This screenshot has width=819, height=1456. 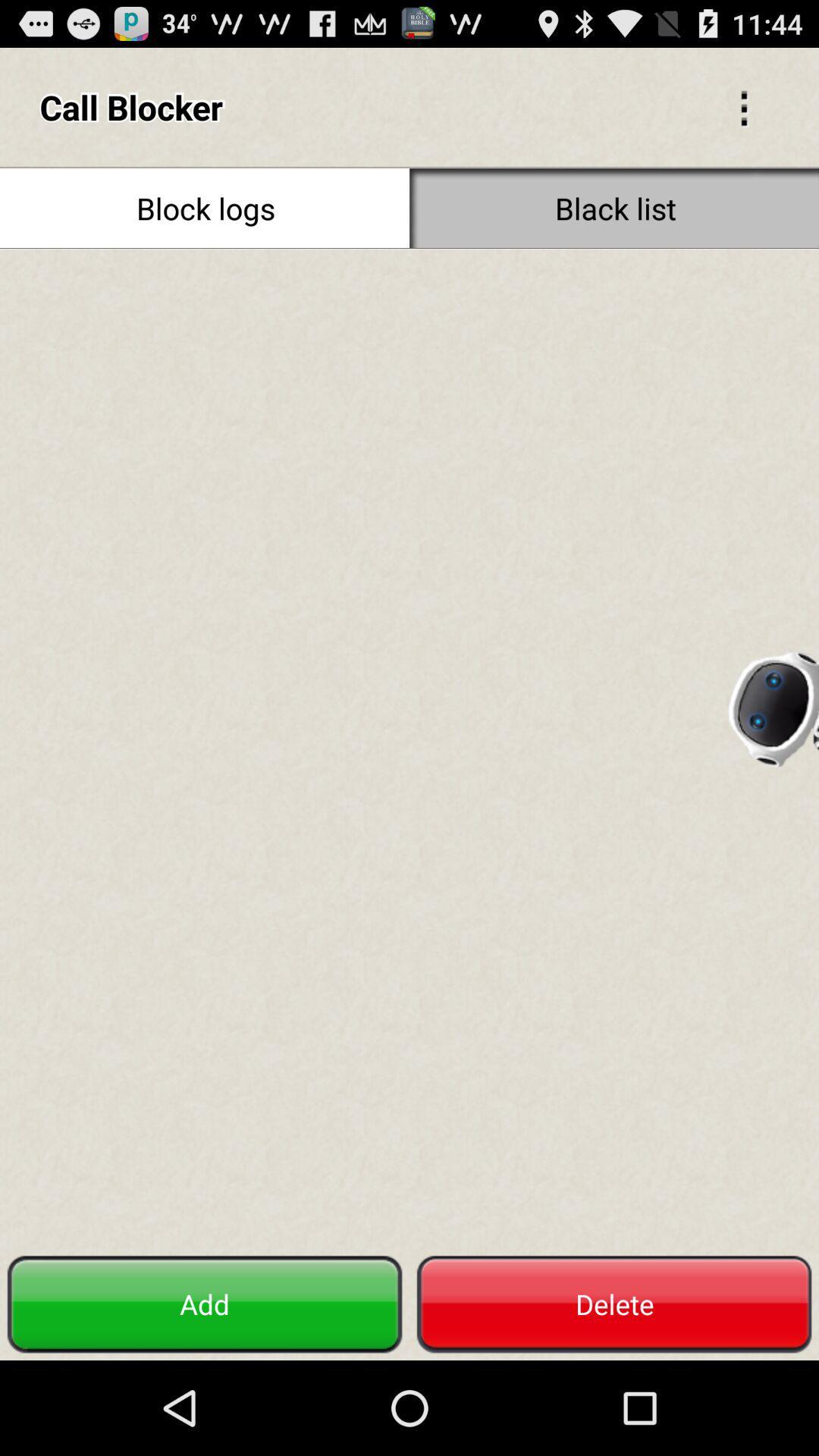 What do you see at coordinates (743, 114) in the screenshot?
I see `the more icon` at bounding box center [743, 114].